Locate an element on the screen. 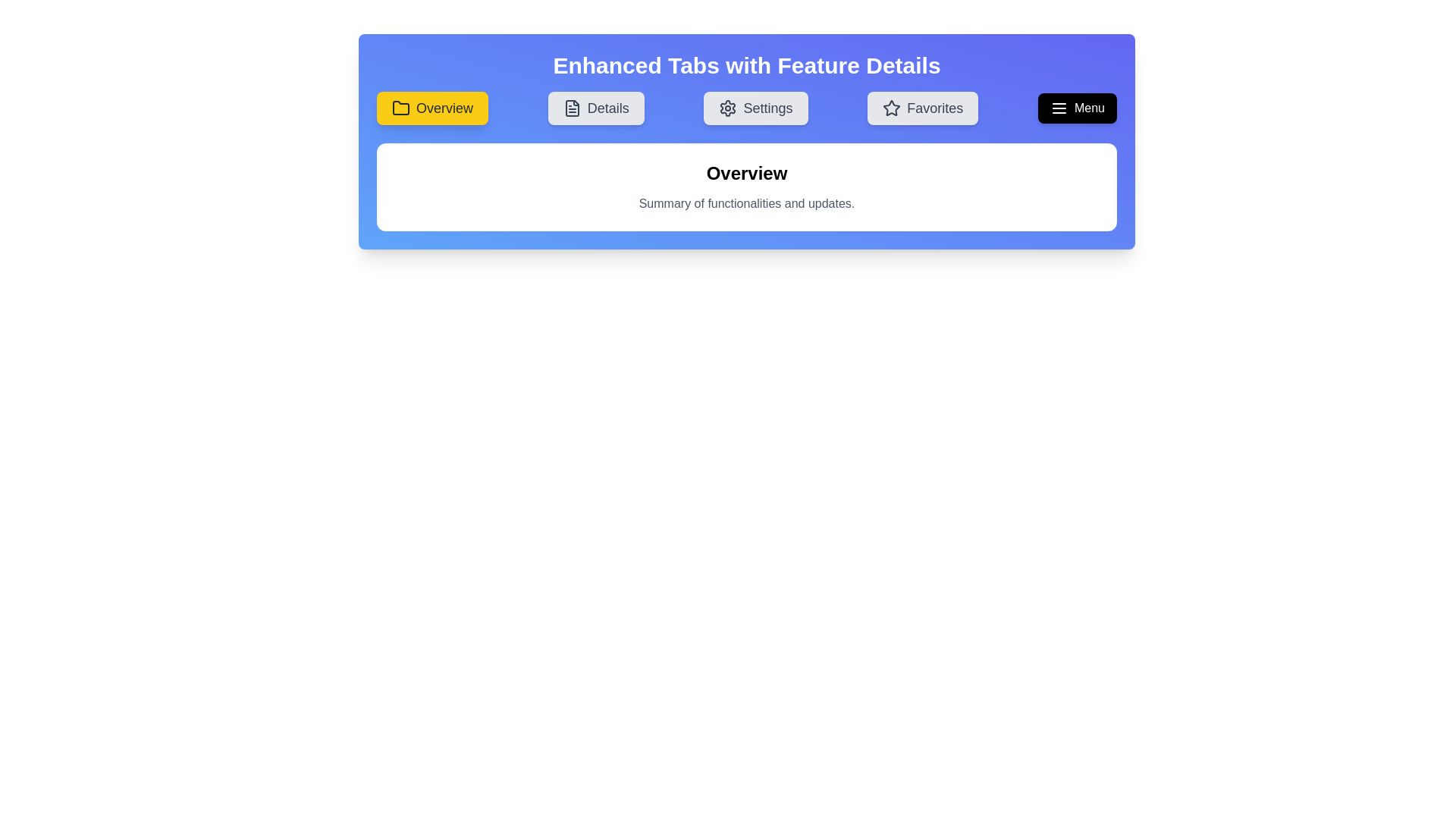 Image resolution: width=1456 pixels, height=819 pixels. the text label located beneath the 'Overview' title text, which provides a summary related to the section is located at coordinates (746, 203).